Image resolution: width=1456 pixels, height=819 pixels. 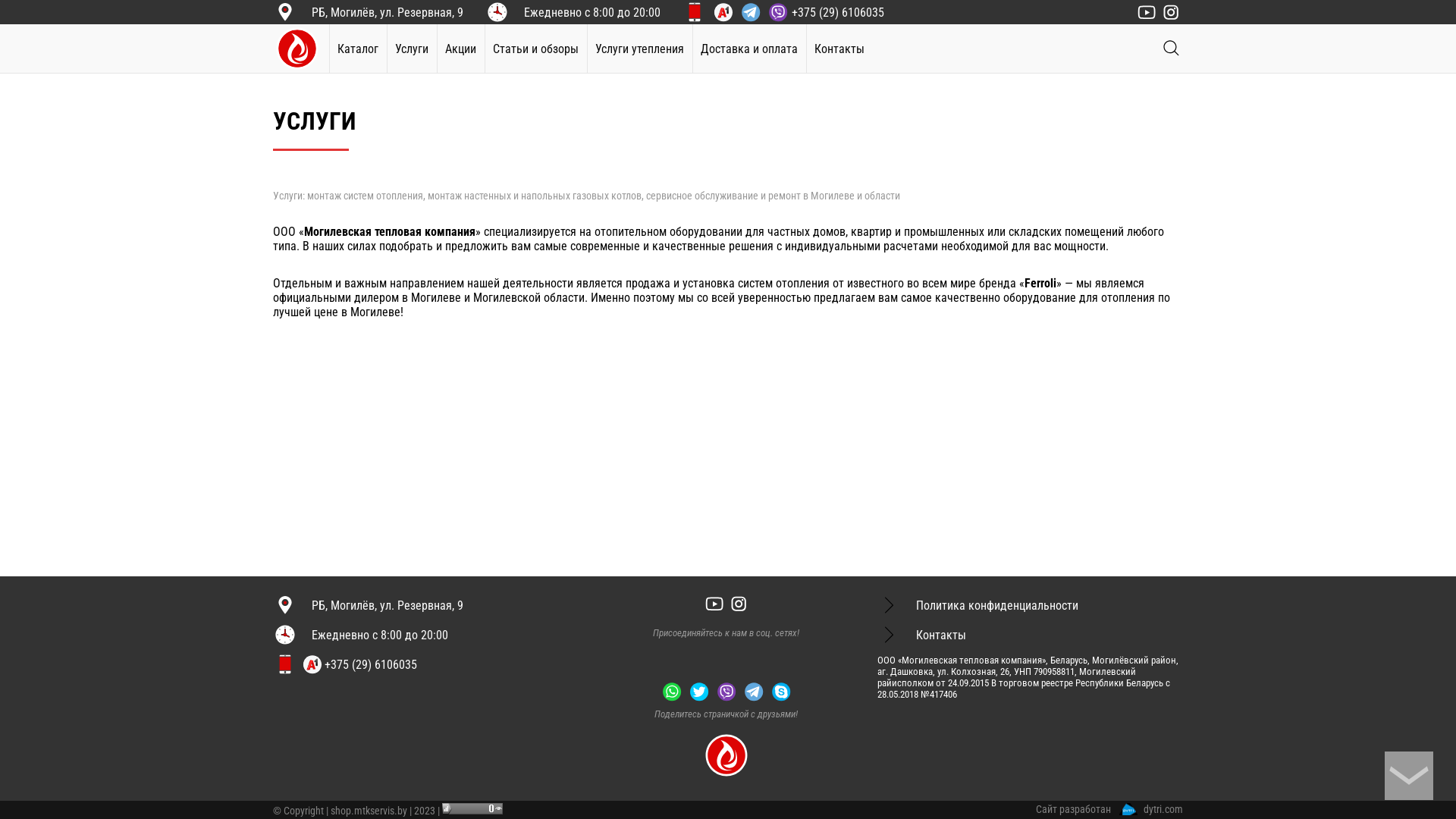 I want to click on 'Skype', so click(x=768, y=691).